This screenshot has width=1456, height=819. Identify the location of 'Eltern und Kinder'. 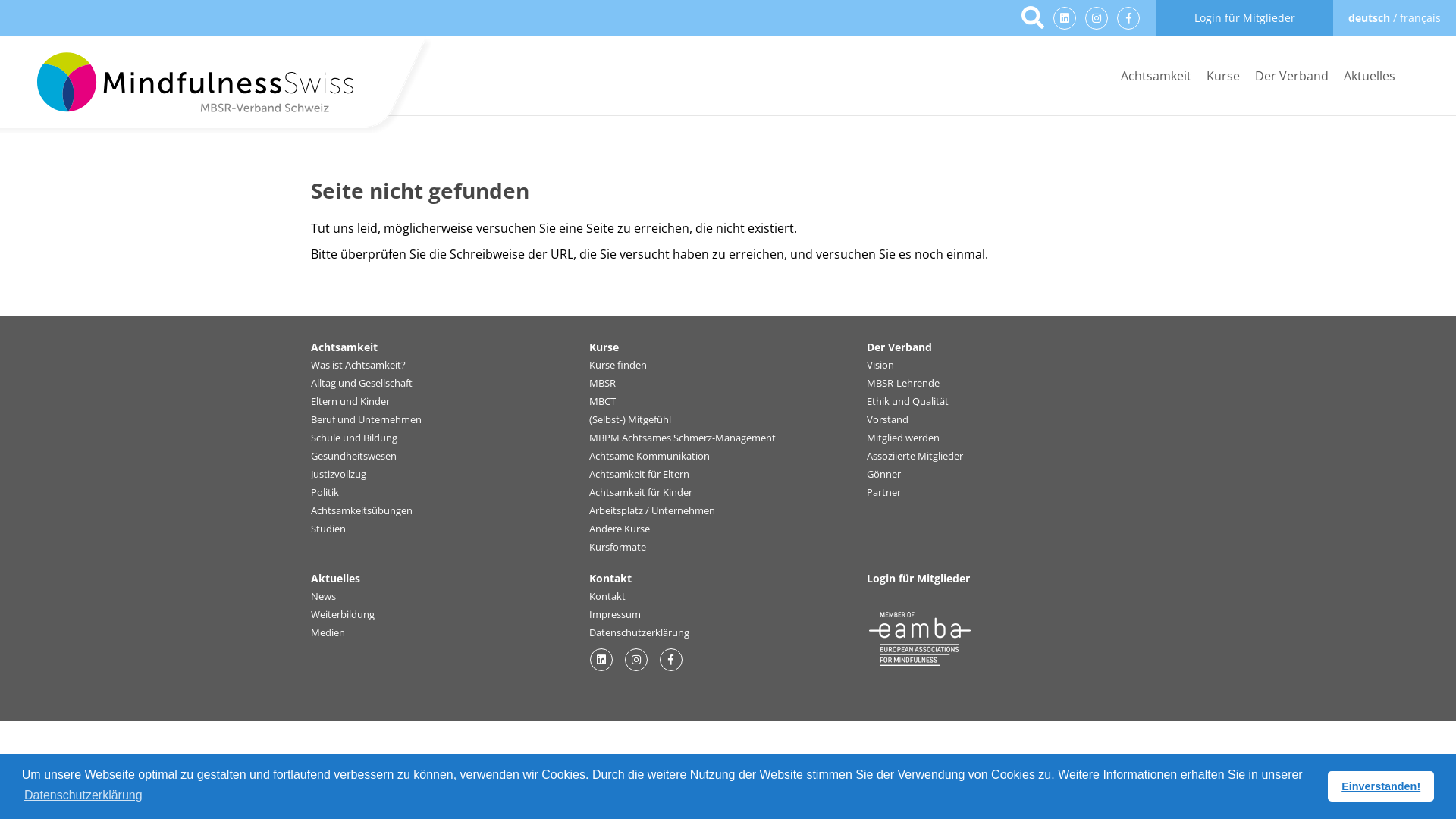
(349, 400).